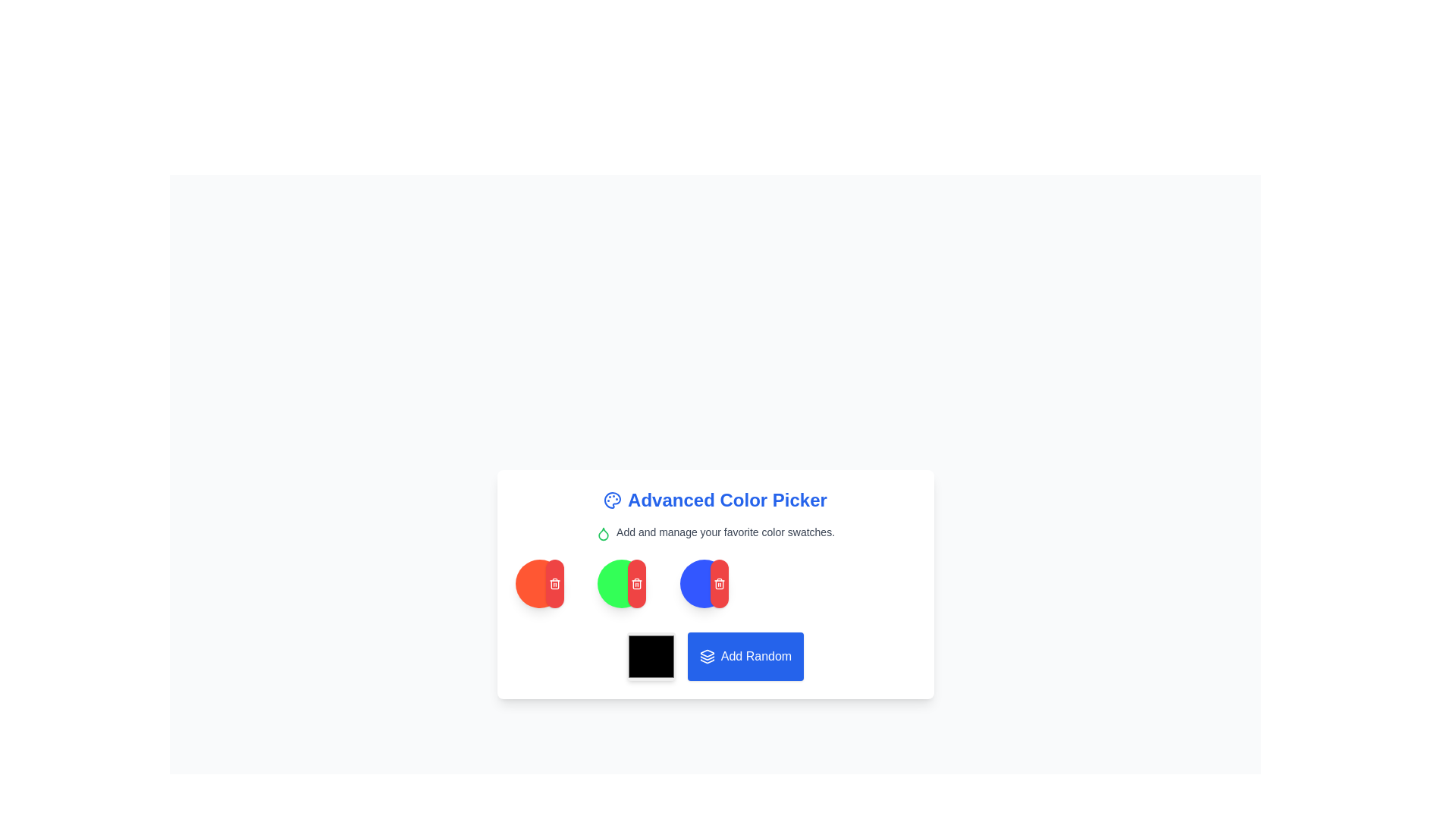  I want to click on the circular red button with a white trash bin icon located on the right side of the green circular area within the 'Advanced Color Picker' section, so click(637, 582).